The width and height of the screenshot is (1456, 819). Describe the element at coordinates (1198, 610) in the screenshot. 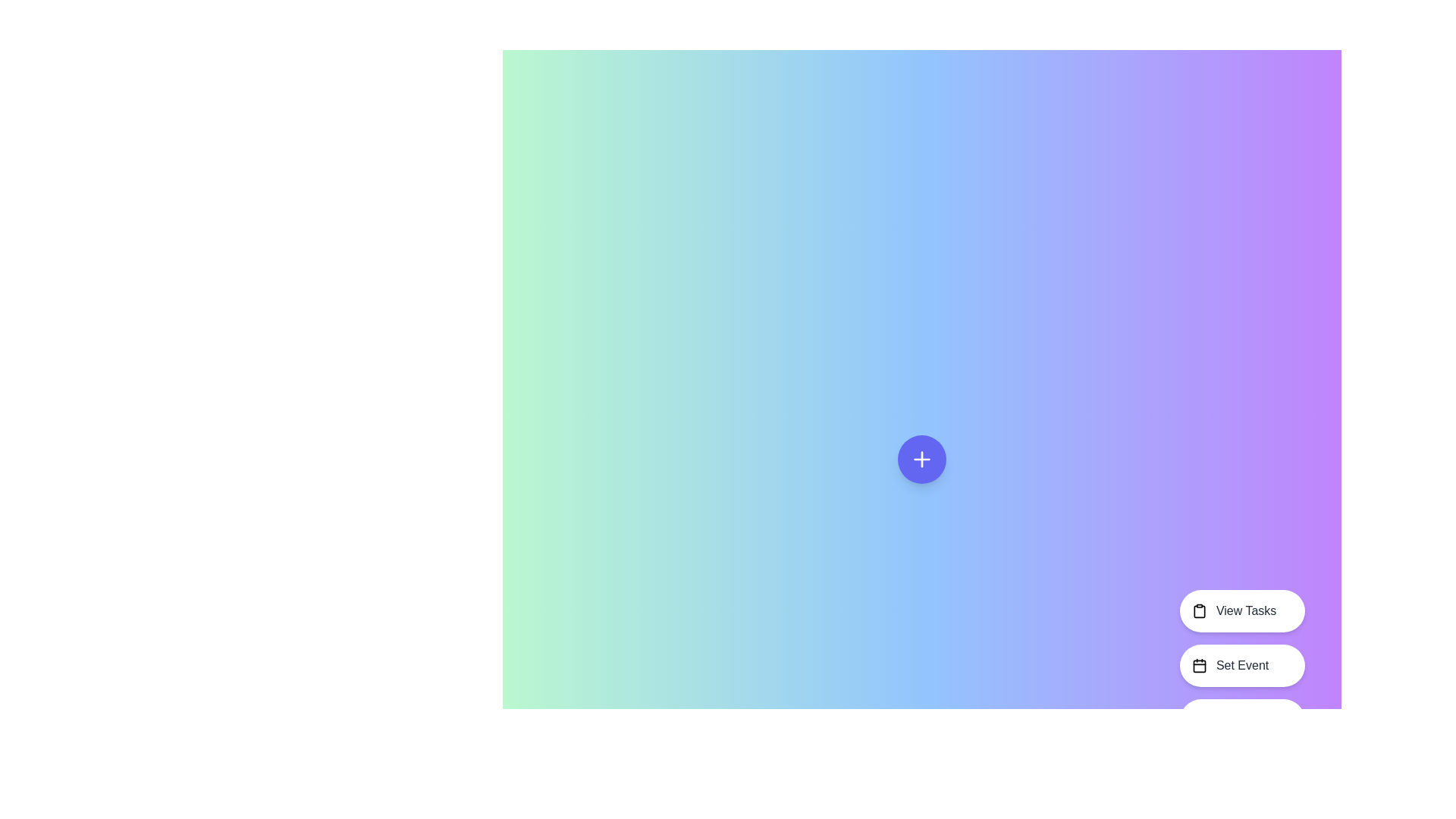

I see `the clipboard icon located in the bottom-right corner of the interface, next to the 'View Tasks' button` at that location.